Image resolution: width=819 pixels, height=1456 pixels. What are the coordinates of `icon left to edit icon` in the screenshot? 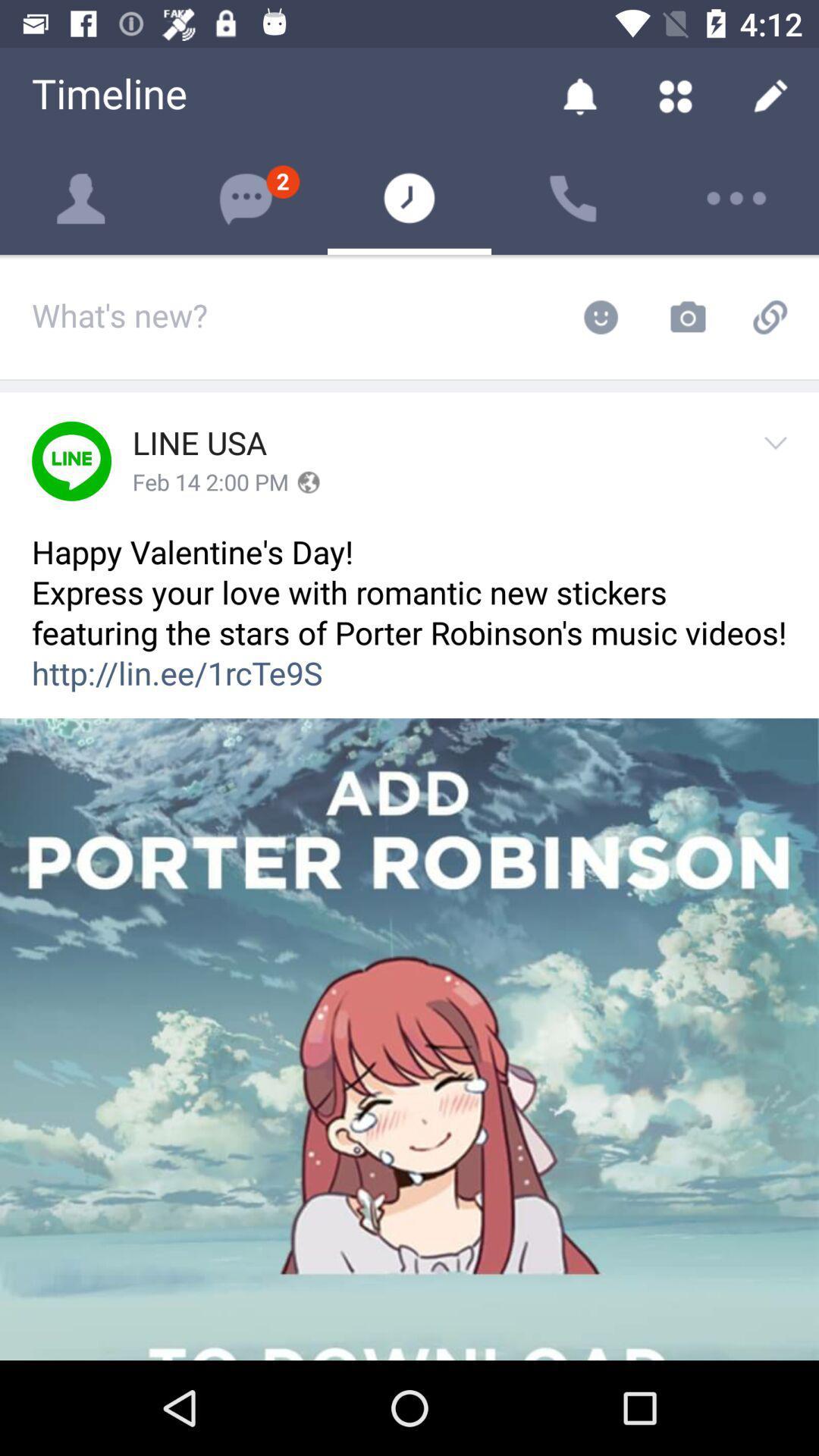 It's located at (675, 94).